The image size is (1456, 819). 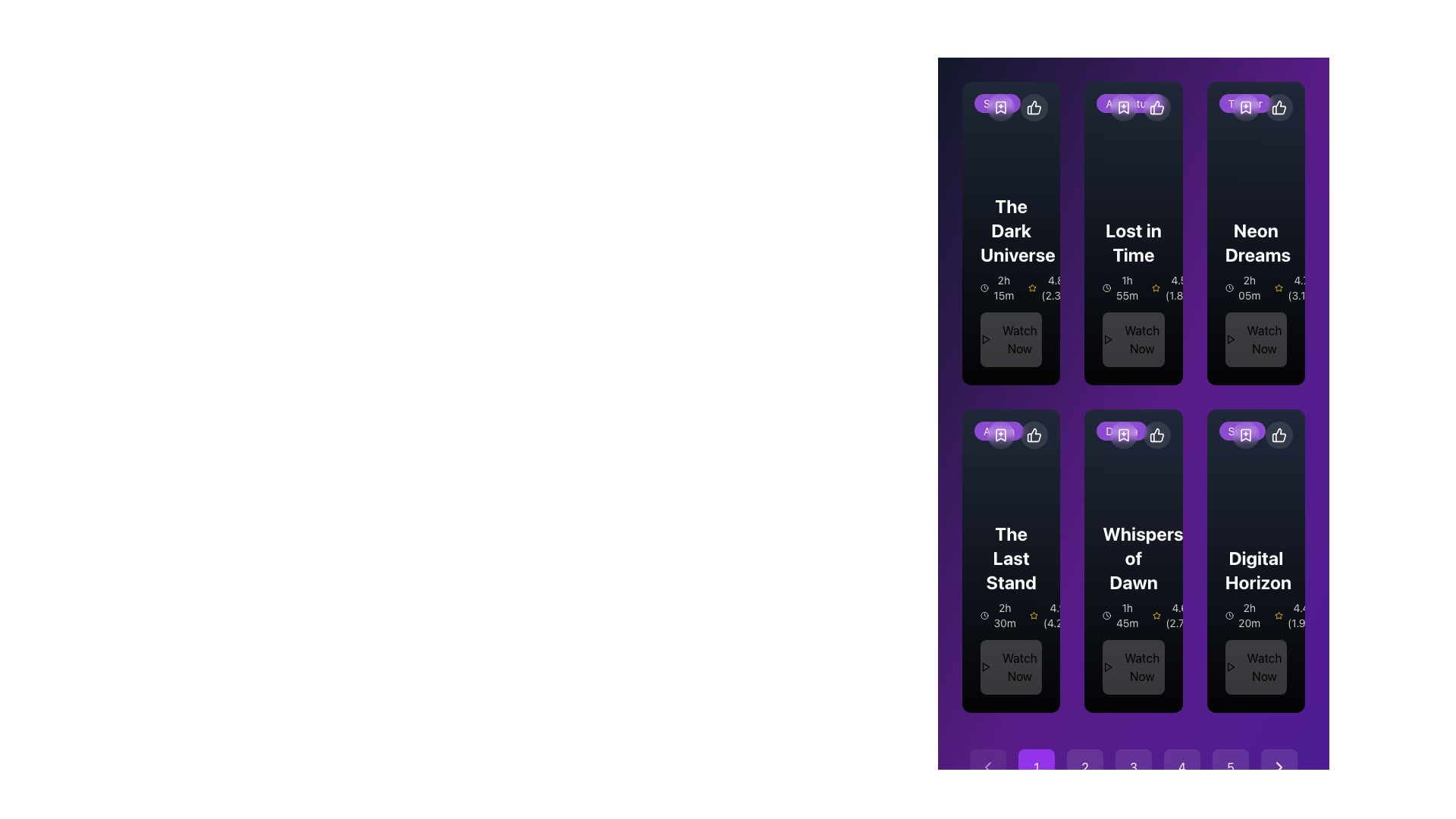 What do you see at coordinates (1245, 435) in the screenshot?
I see `the circular button with a white bookmark icon and translucent purple background, which is the second in a group of three buttons above the 'Digital Horizon' card` at bounding box center [1245, 435].